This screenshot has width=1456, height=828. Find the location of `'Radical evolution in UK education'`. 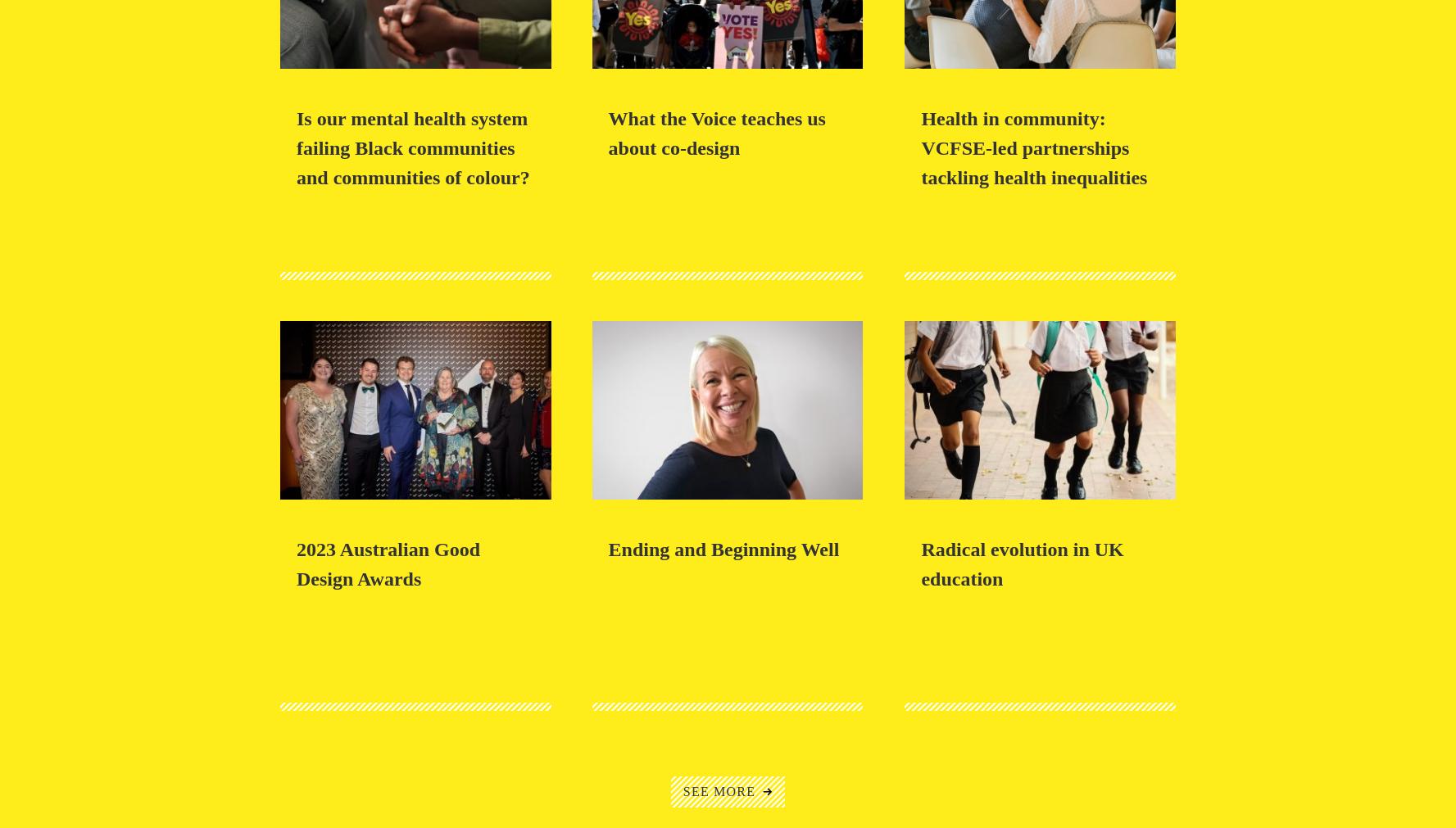

'Radical evolution in UK education' is located at coordinates (1021, 562).